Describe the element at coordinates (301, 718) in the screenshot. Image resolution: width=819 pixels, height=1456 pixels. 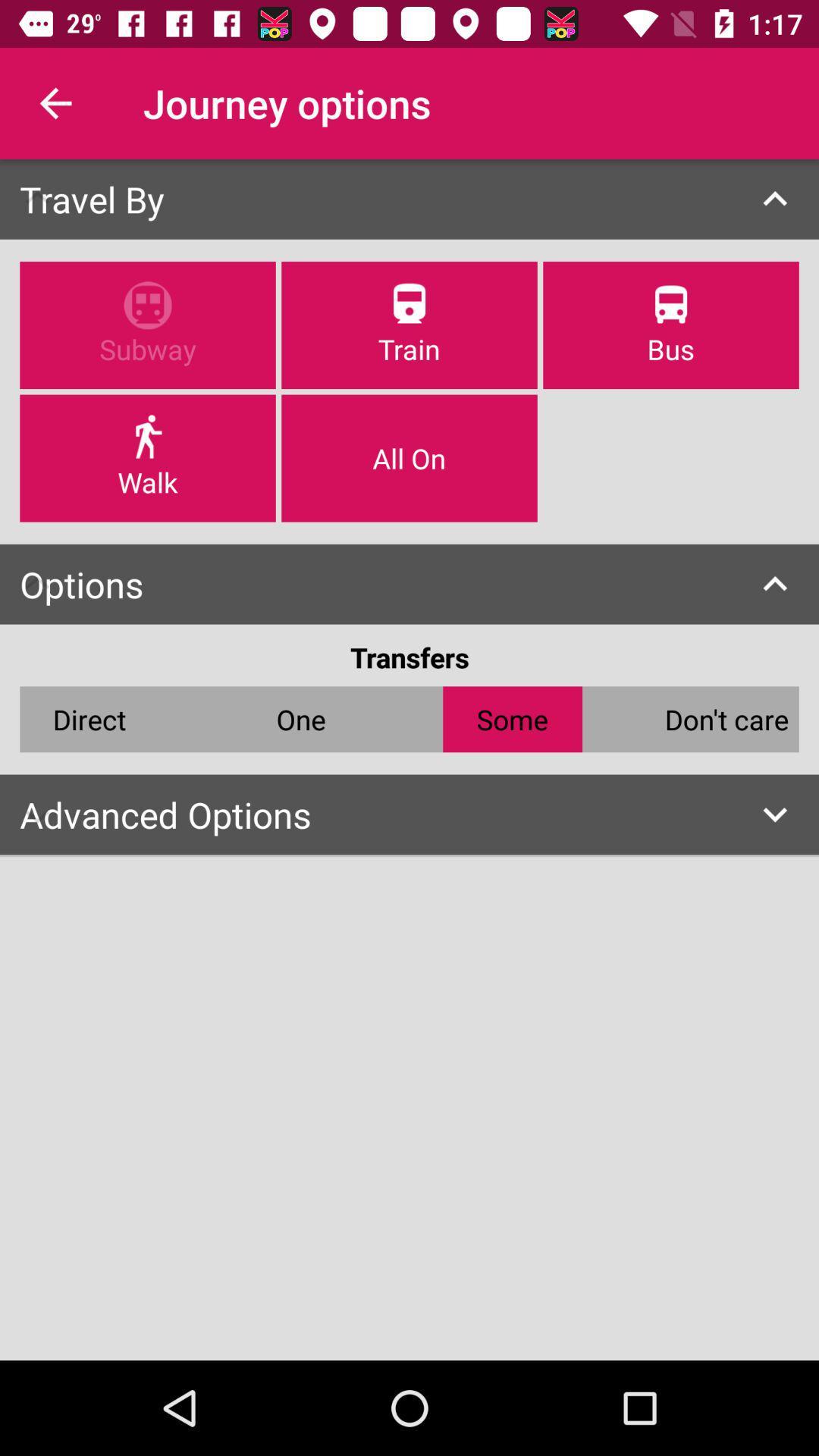
I see `the icon above the advanced options icon` at that location.